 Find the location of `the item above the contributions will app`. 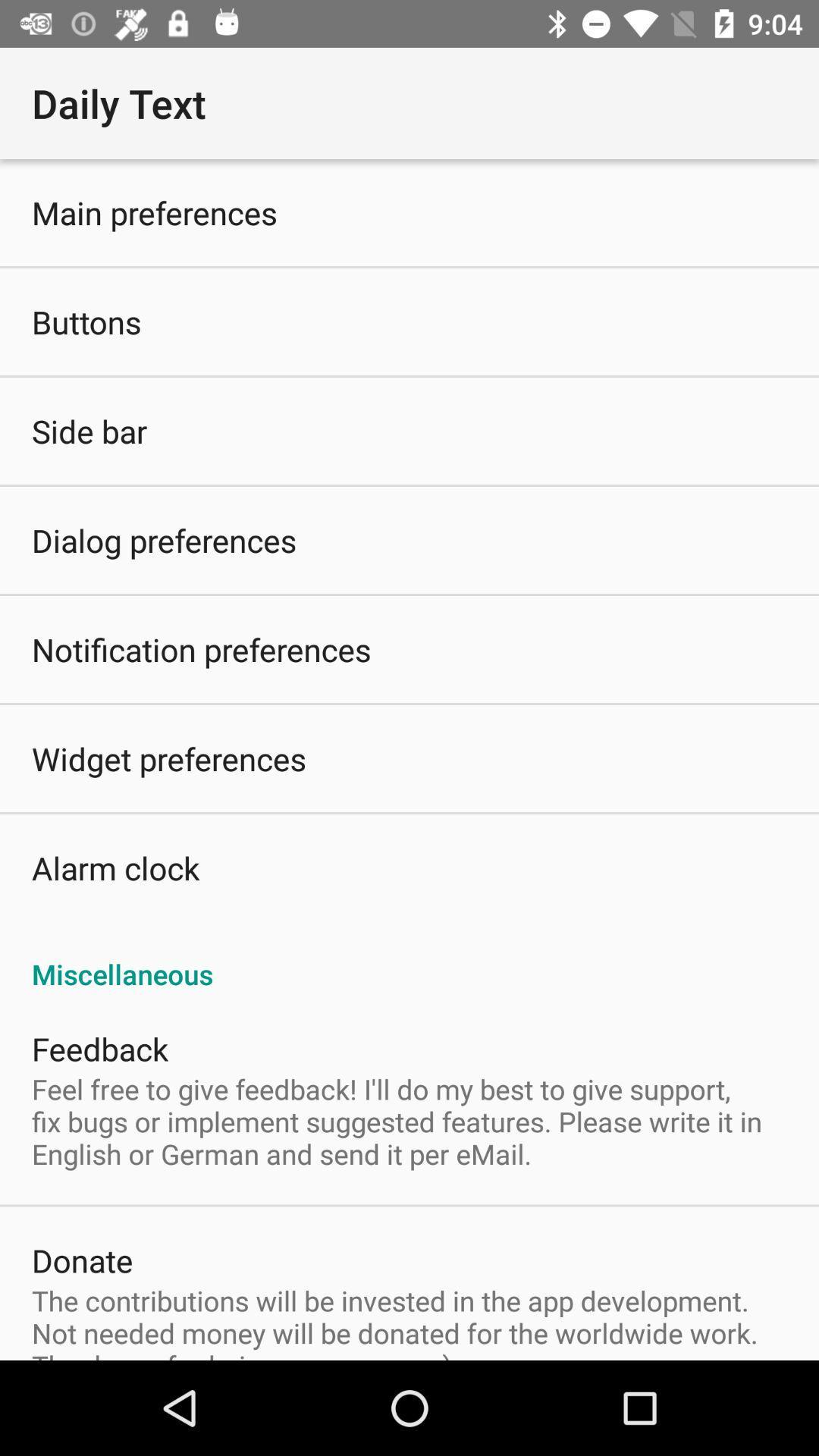

the item above the contributions will app is located at coordinates (82, 1260).